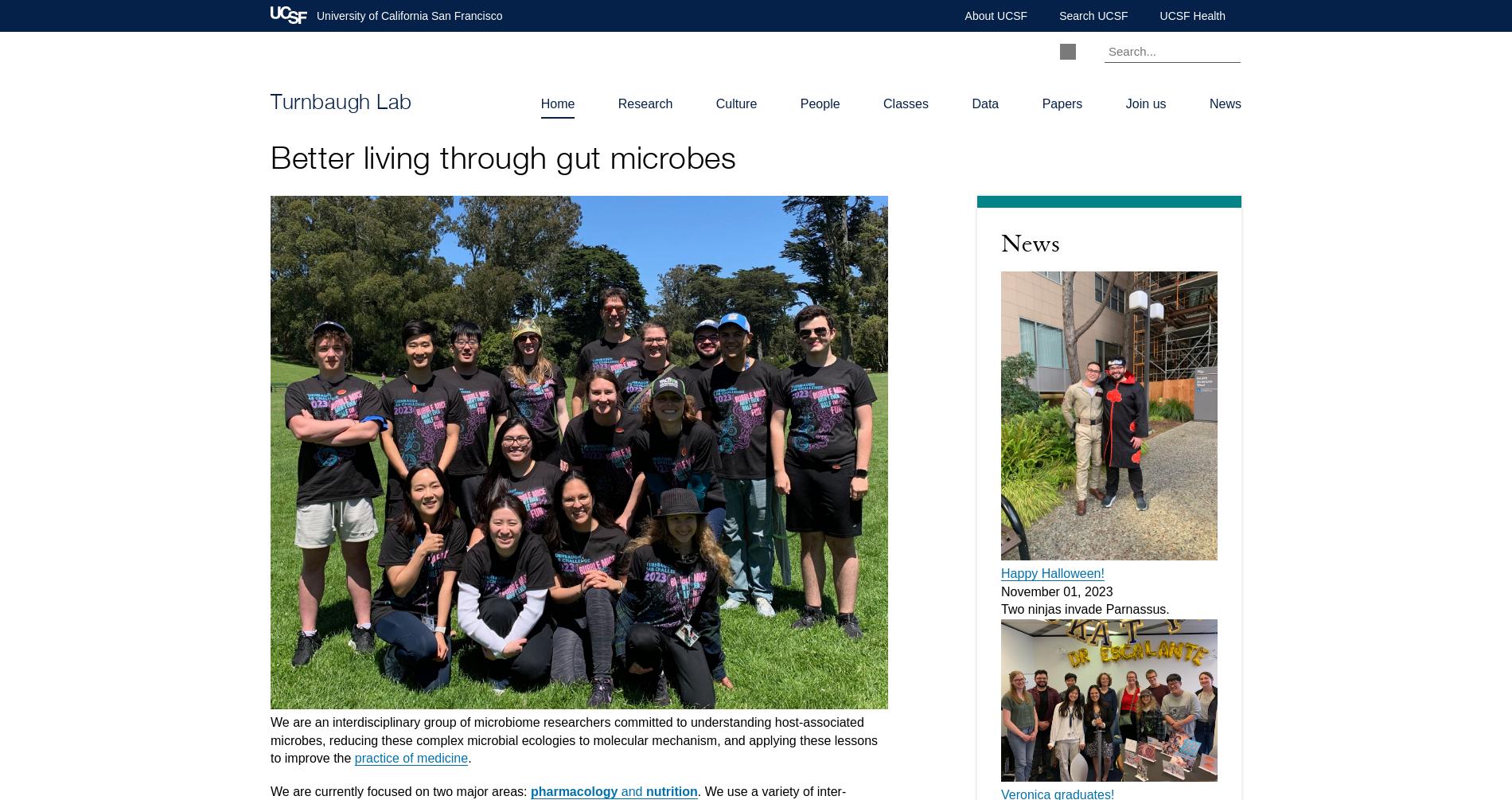  I want to click on 'Two ninjas invade Parnassus.', so click(1084, 609).